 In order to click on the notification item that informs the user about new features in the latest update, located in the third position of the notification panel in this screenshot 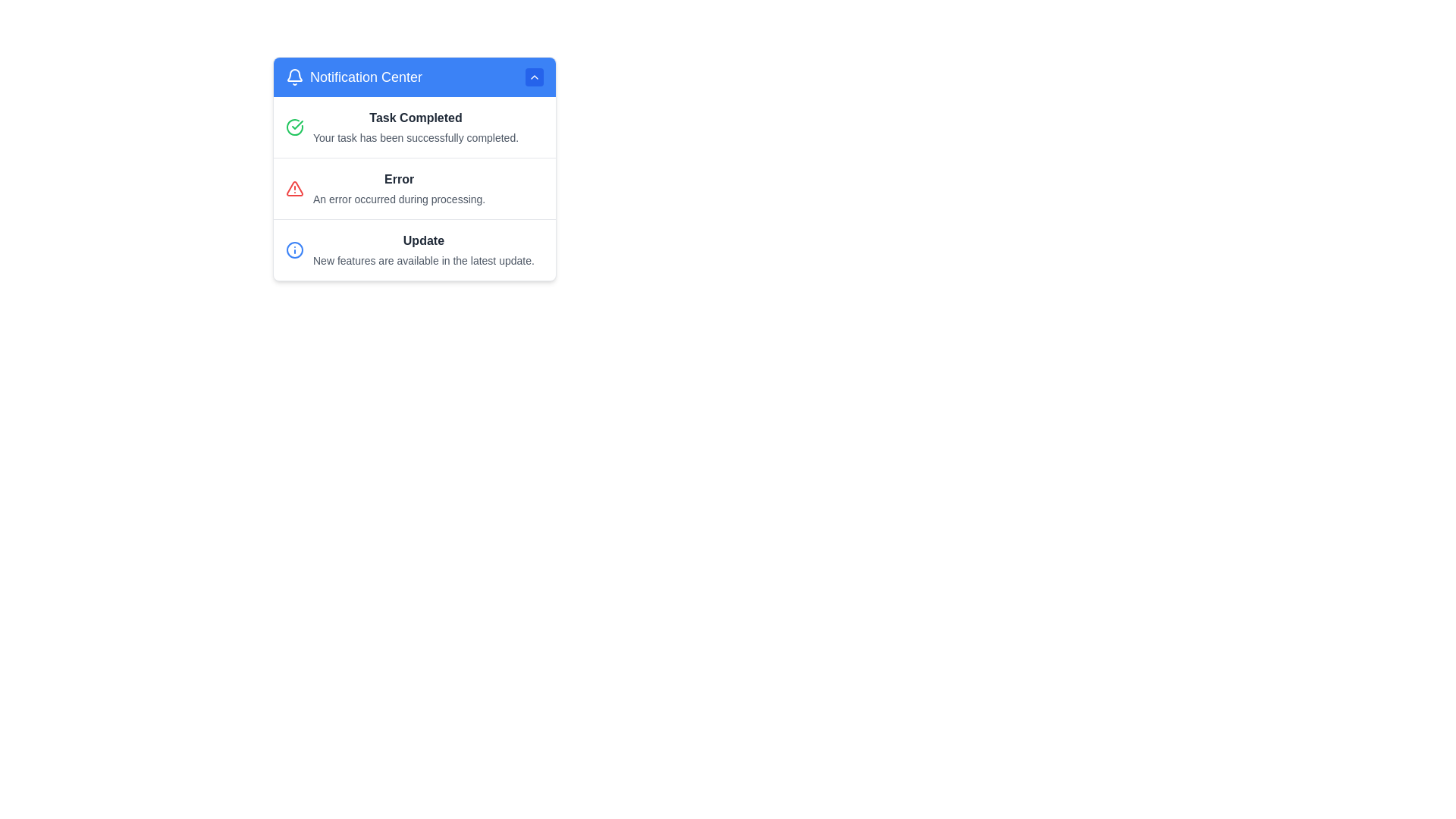, I will do `click(423, 249)`.